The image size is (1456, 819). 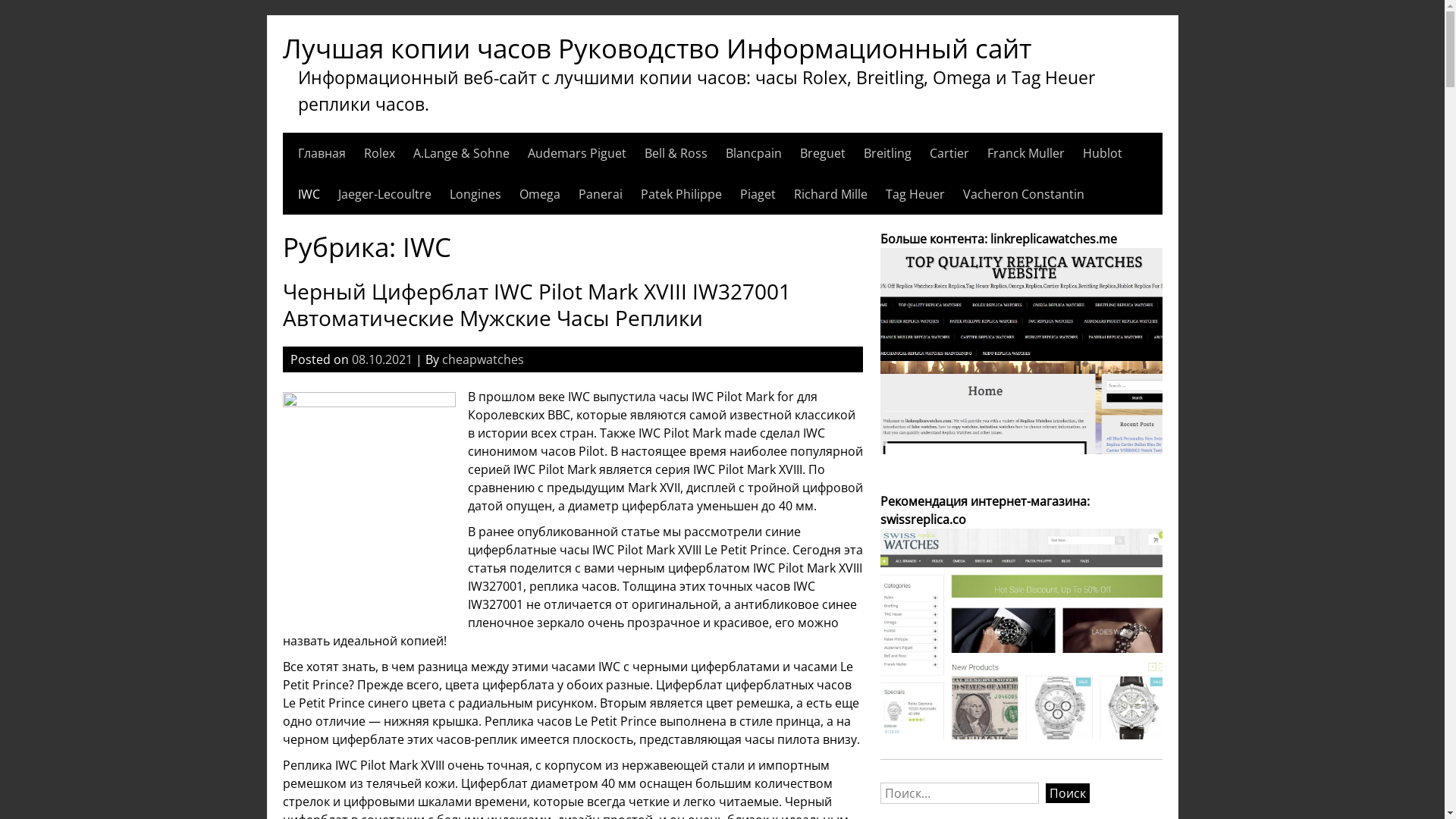 I want to click on 'Rolex', so click(x=379, y=152).